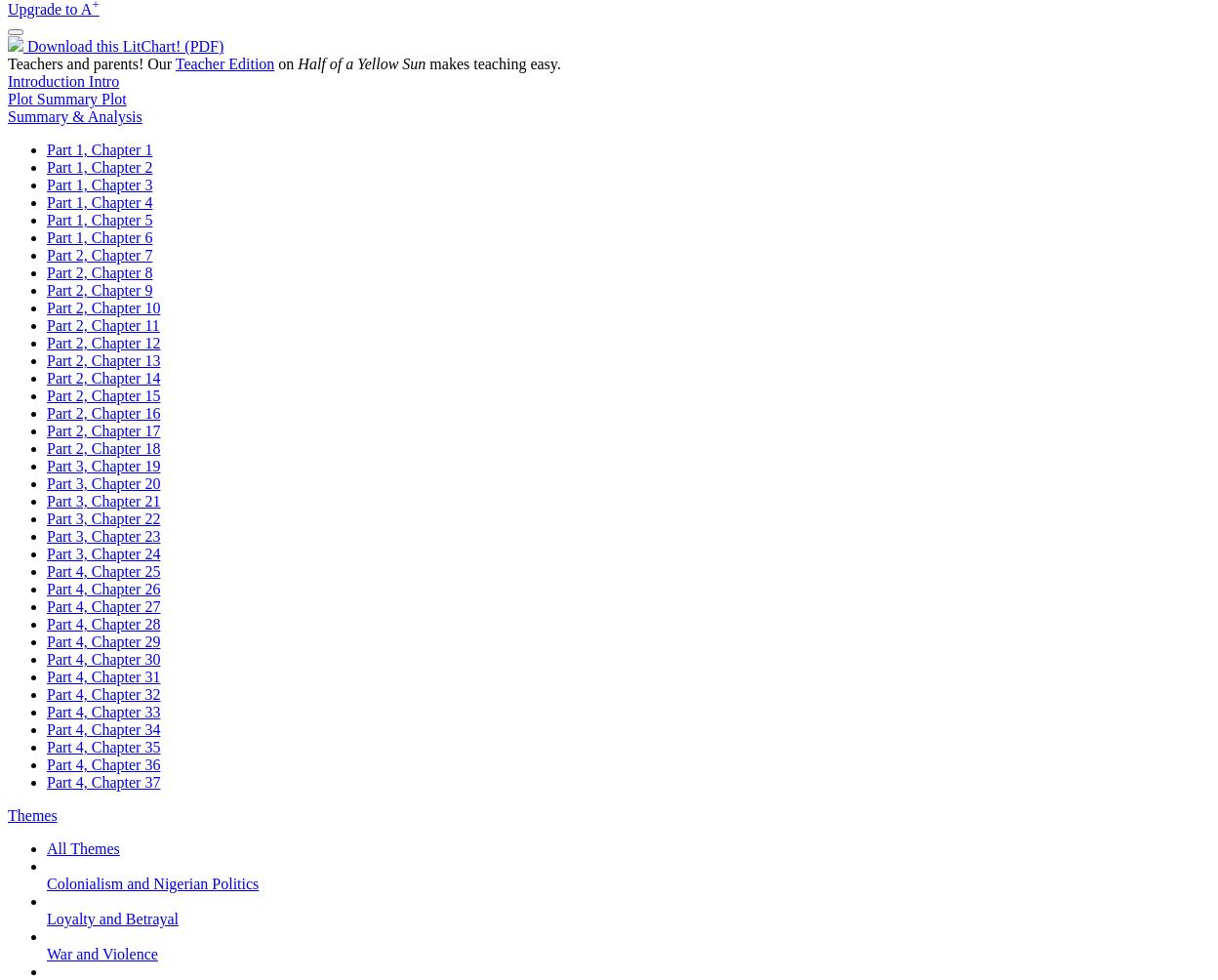  What do you see at coordinates (102, 325) in the screenshot?
I see `'Part 2, Chapter 11'` at bounding box center [102, 325].